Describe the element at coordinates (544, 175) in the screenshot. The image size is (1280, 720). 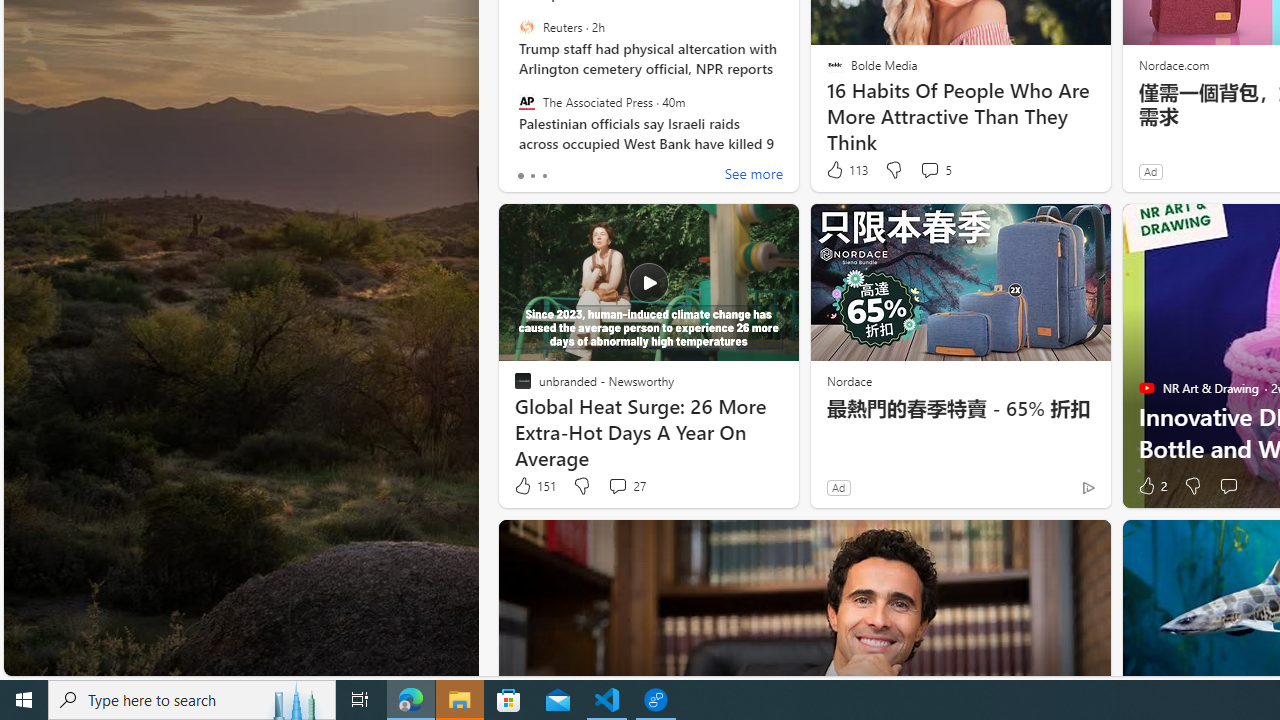
I see `'tab-2'` at that location.